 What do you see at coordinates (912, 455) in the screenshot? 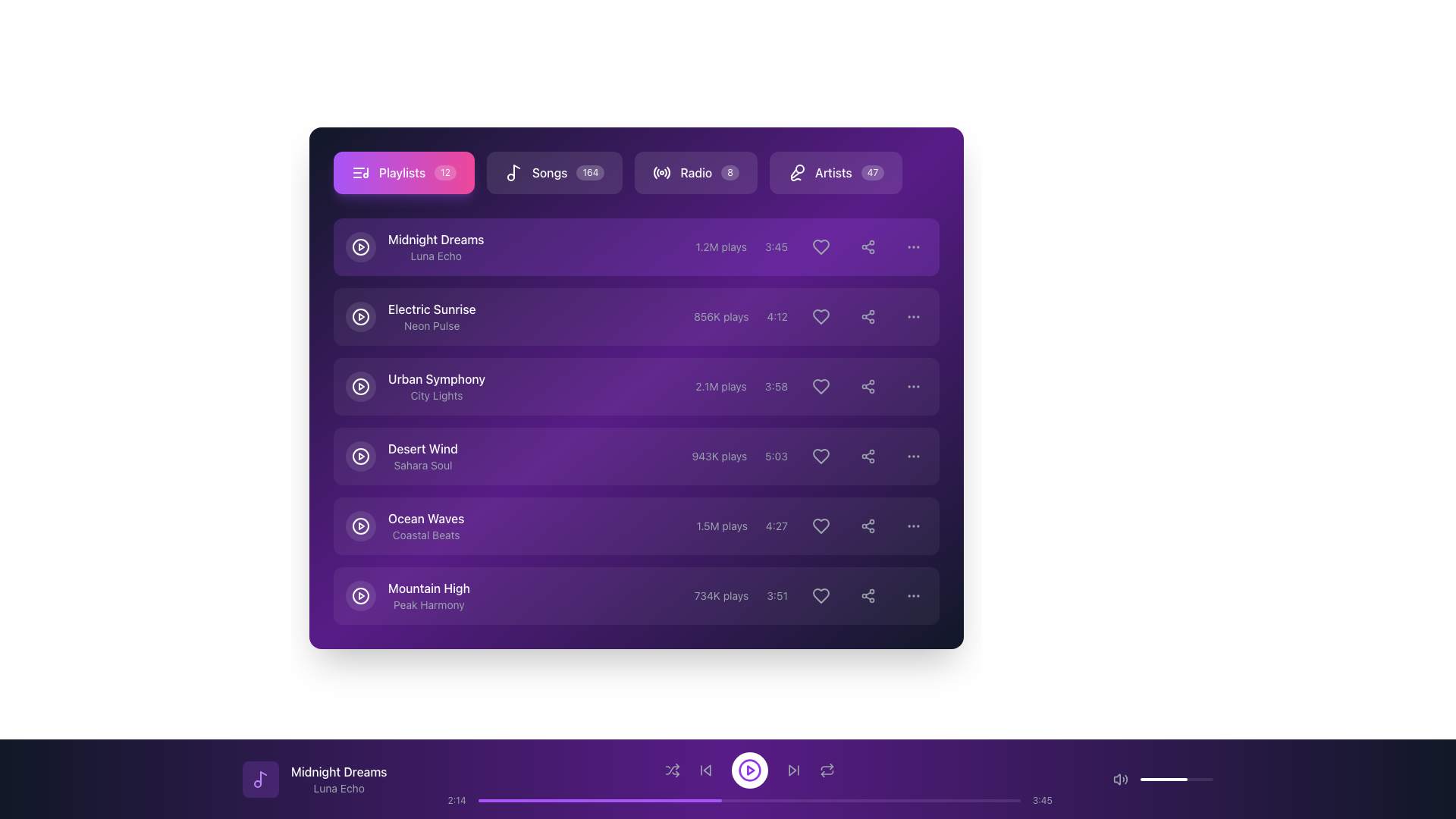
I see `the options menu trigger button, represented by three horizontally aligned dots, located on the right-hand side of the 'Desert Wind' track's entry in the playlist` at bounding box center [912, 455].